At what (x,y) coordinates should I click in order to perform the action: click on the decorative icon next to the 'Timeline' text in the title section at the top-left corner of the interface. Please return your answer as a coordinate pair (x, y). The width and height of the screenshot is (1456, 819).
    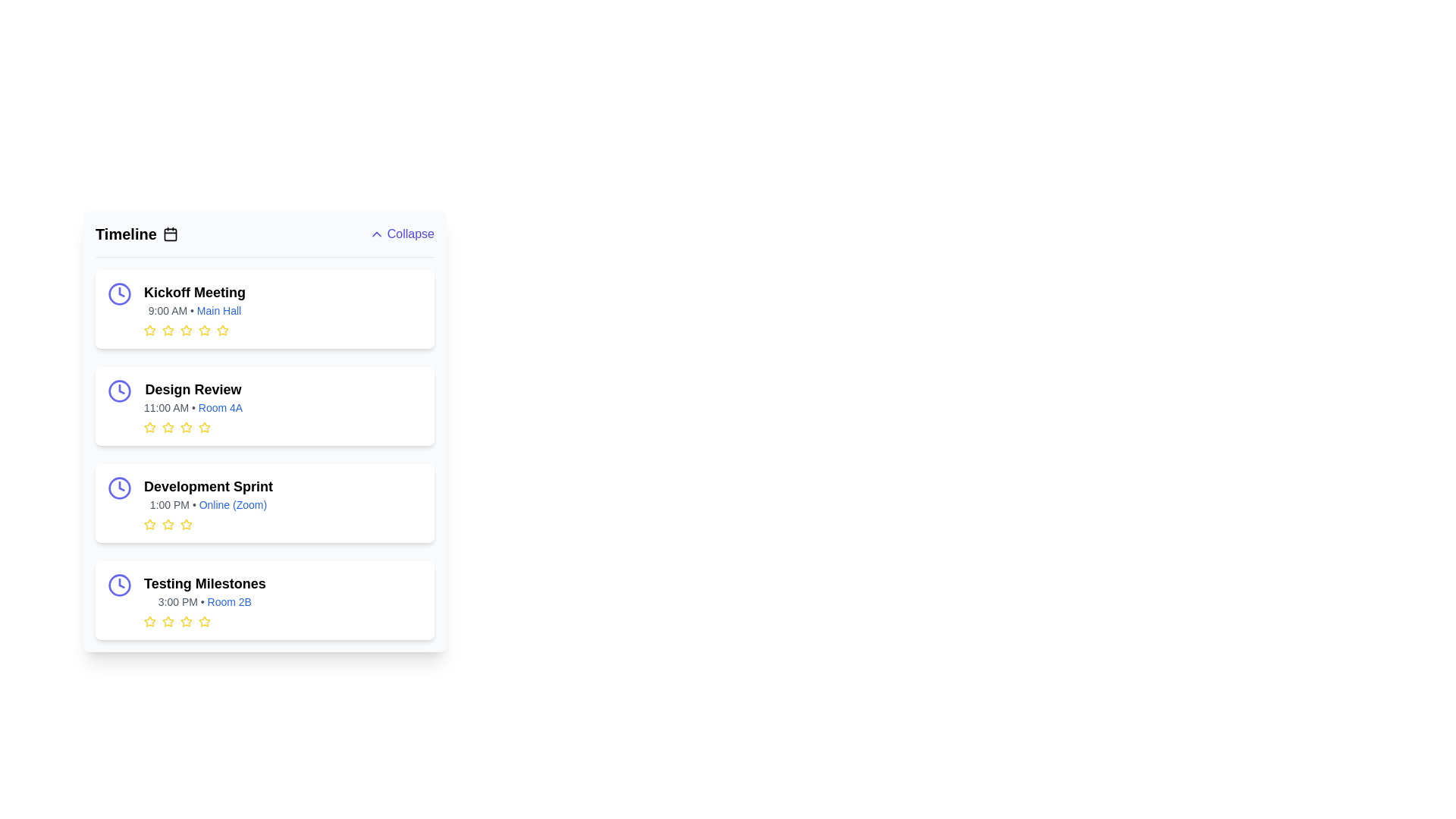
    Looking at the image, I should click on (170, 234).